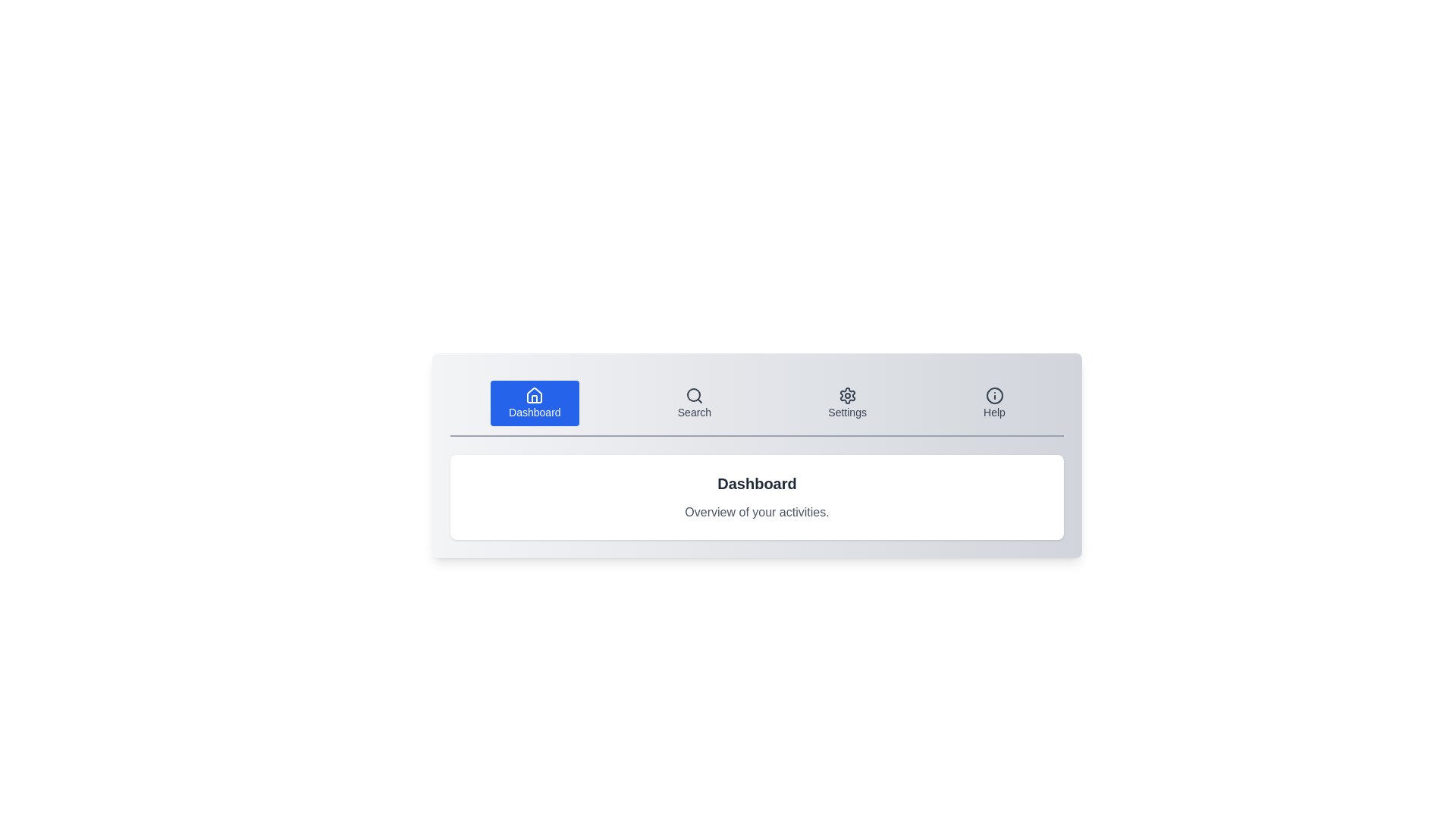 The height and width of the screenshot is (819, 1456). I want to click on the tab labeled 'Dashboard' to activate it, so click(535, 403).